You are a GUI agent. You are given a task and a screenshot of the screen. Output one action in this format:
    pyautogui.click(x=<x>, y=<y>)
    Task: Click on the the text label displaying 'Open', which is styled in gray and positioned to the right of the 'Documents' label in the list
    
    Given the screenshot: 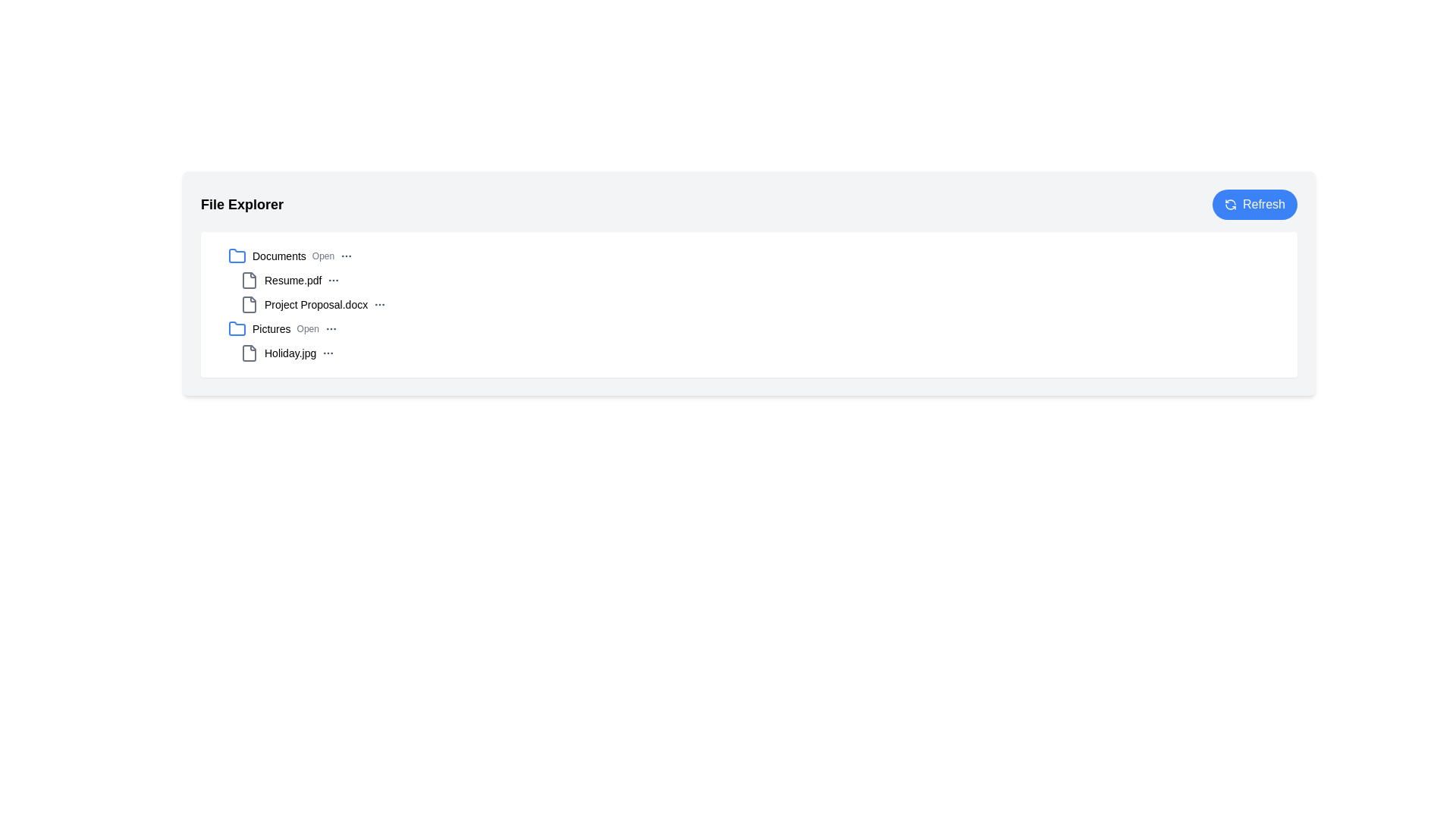 What is the action you would take?
    pyautogui.click(x=322, y=256)
    